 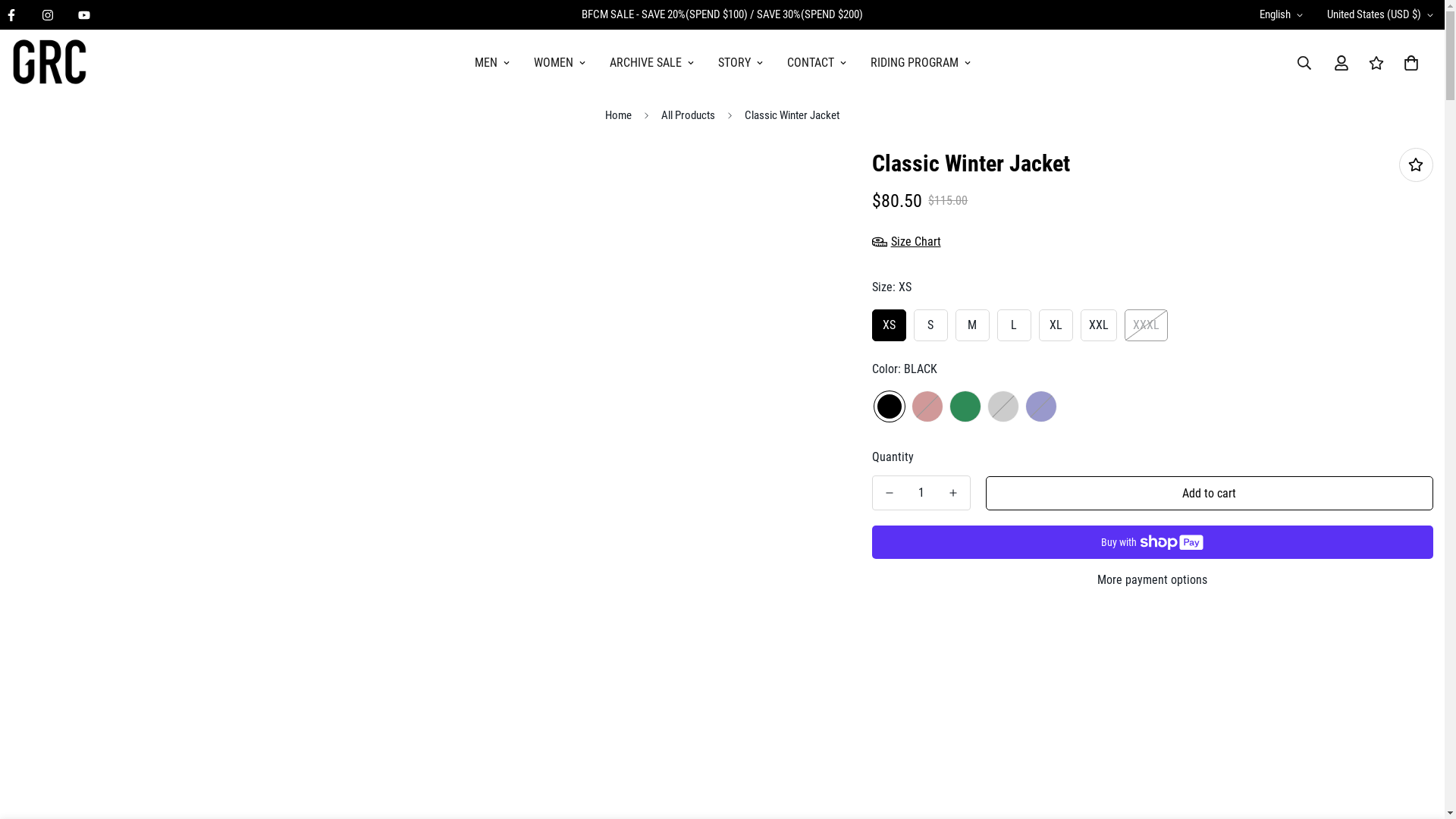 I want to click on 'RIDING PROGRAM', so click(x=920, y=62).